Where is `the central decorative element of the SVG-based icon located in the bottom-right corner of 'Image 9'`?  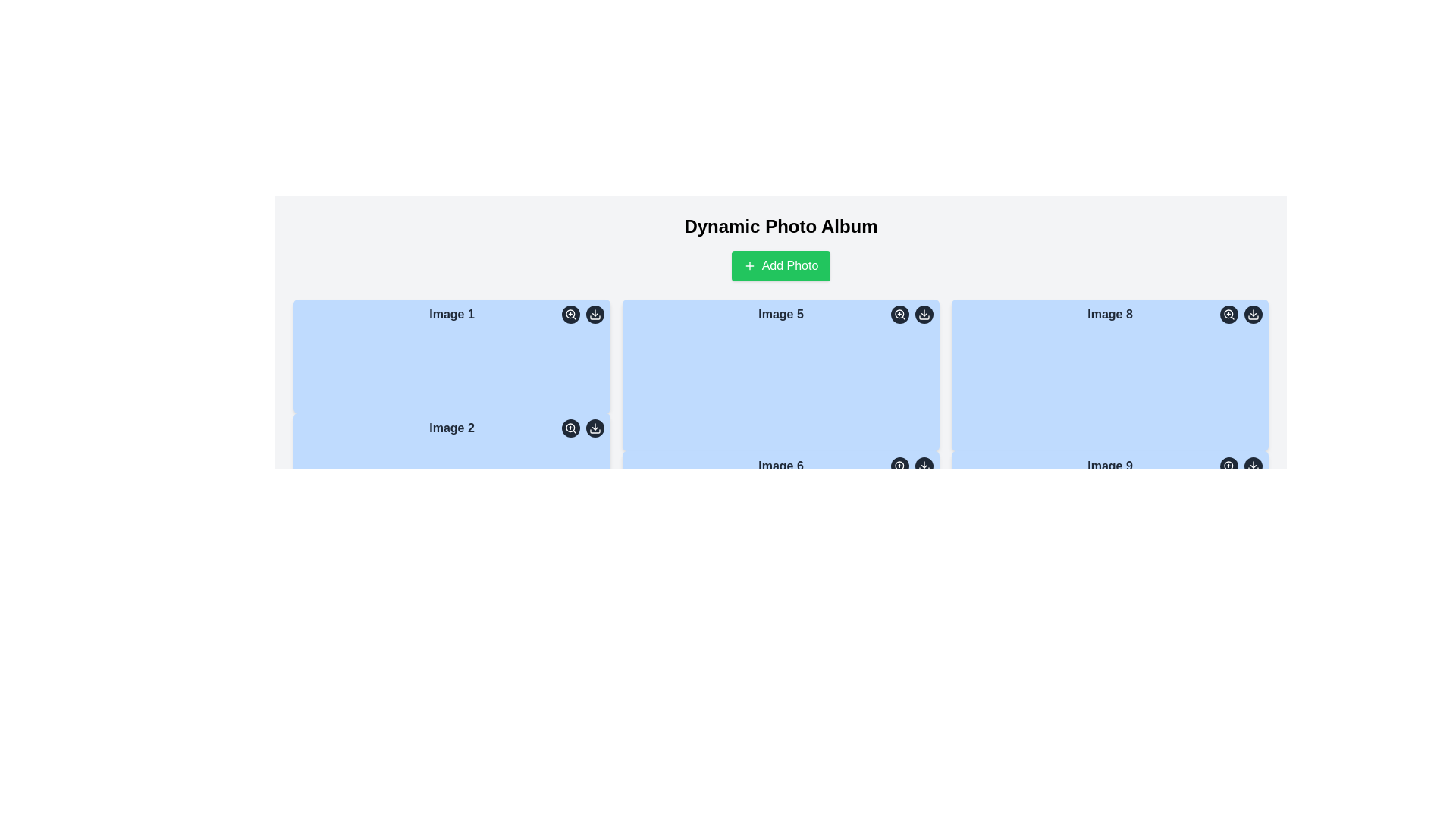
the central decorative element of the SVG-based icon located in the bottom-right corner of 'Image 9' is located at coordinates (1228, 464).